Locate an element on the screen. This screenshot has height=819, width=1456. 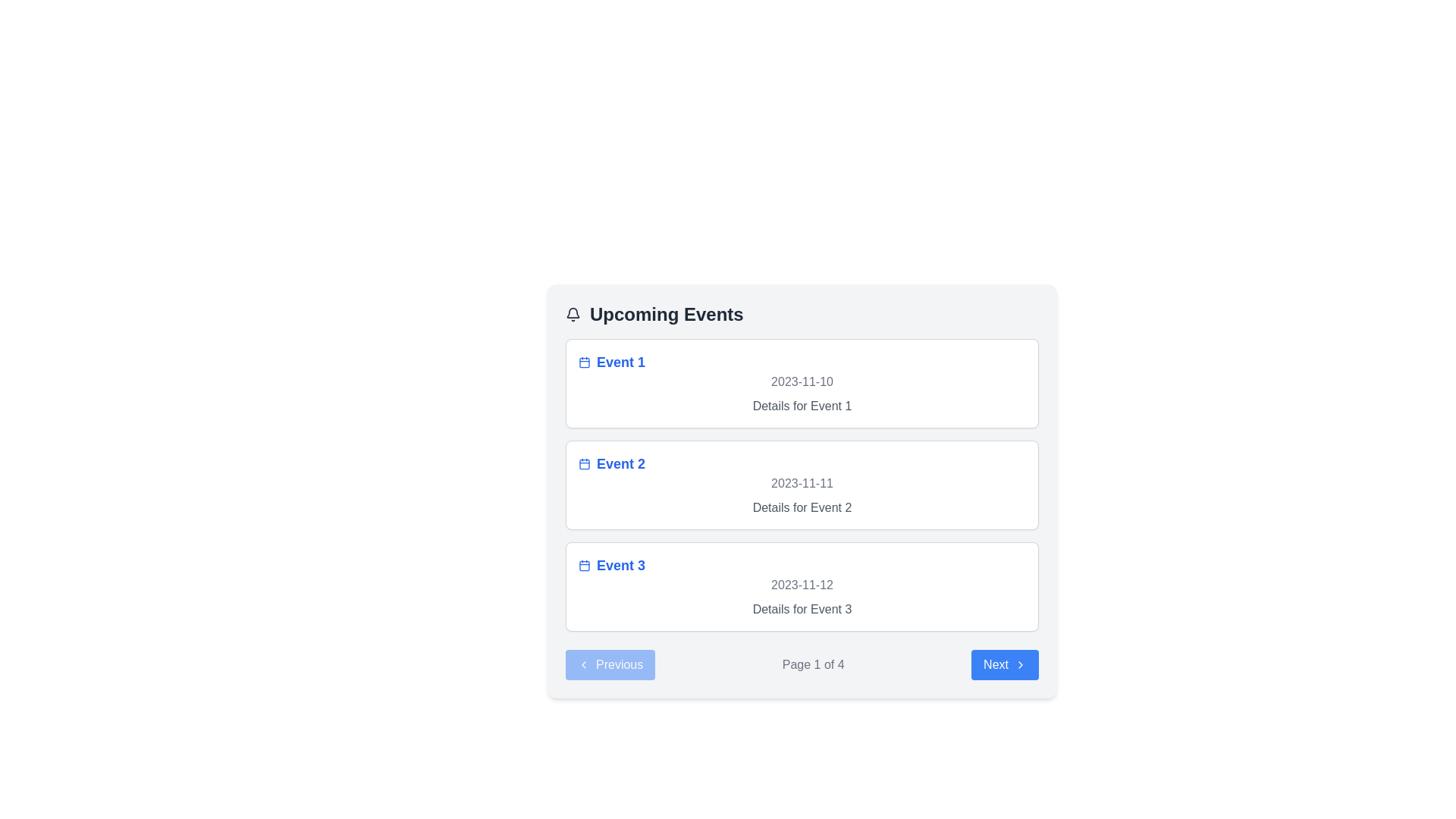
the calendar icon located to the left of the event title in the second row of the 'Event 2' entry is located at coordinates (584, 463).